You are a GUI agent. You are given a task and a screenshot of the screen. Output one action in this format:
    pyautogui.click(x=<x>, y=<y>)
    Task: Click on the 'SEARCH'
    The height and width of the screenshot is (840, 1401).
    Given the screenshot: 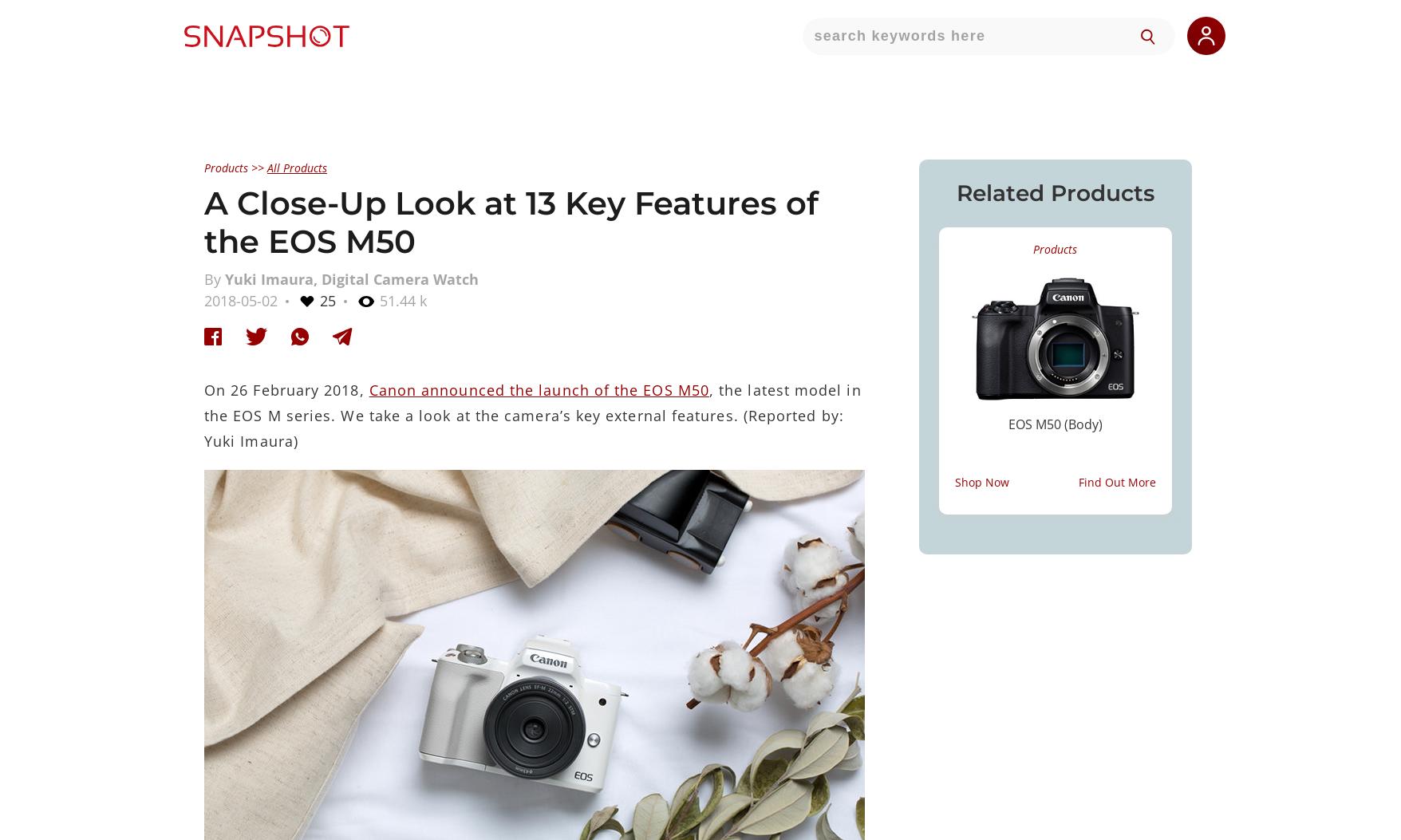 What is the action you would take?
    pyautogui.click(x=994, y=93)
    